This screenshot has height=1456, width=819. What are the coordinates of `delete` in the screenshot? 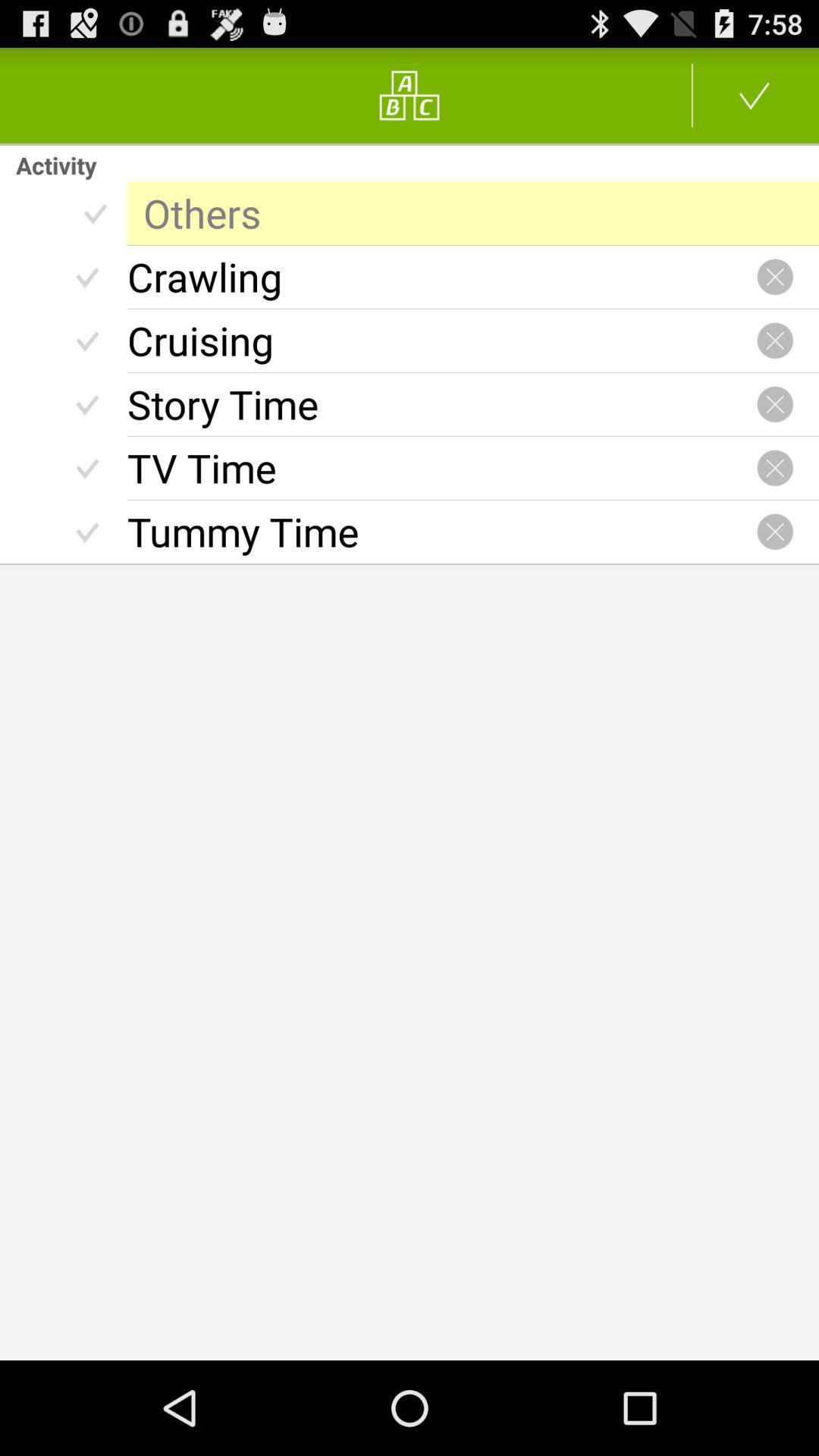 It's located at (775, 532).